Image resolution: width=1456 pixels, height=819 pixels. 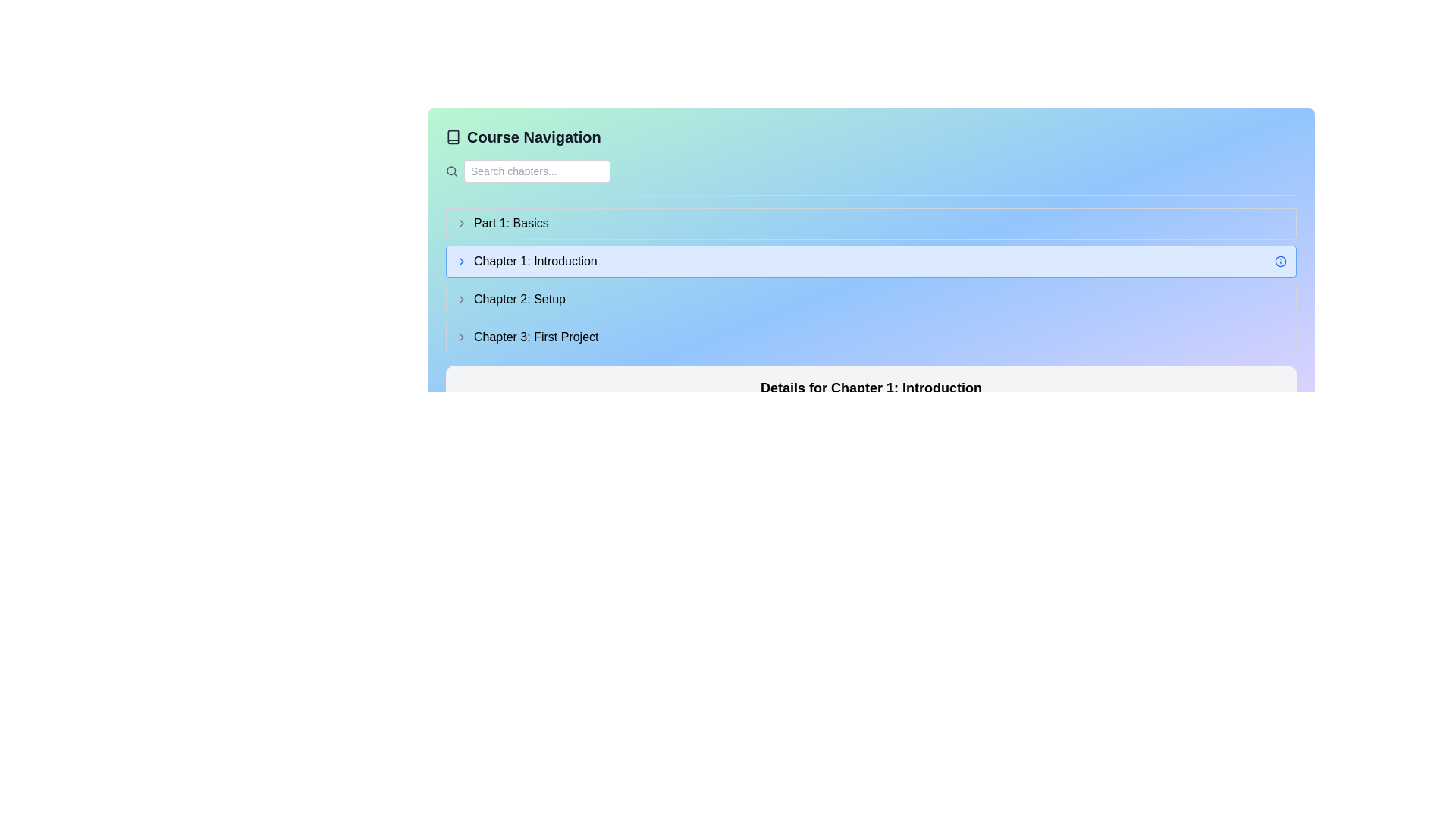 I want to click on the textual link 'Chapter 3: First Project' which is accompanied by an arrow icon, so click(x=527, y=336).